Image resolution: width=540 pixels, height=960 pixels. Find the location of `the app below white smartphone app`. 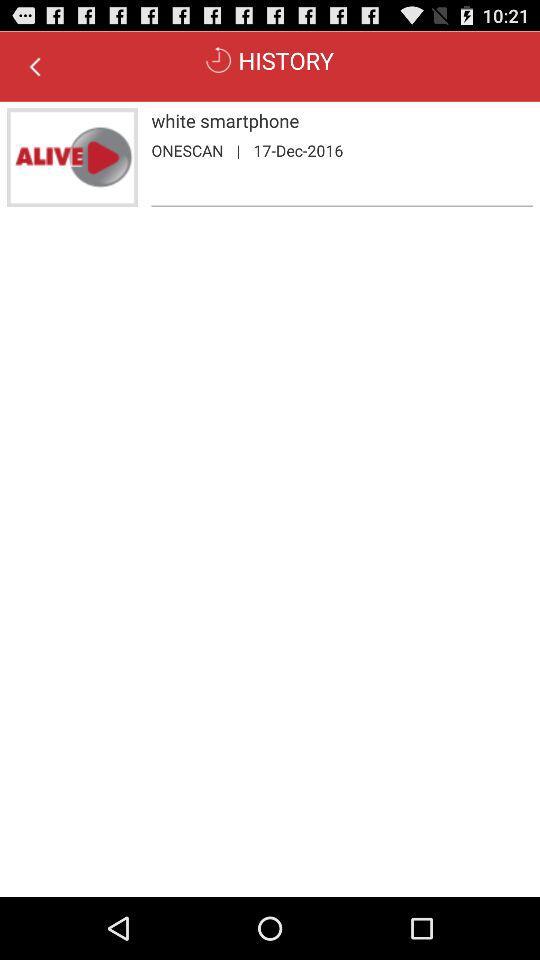

the app below white smartphone app is located at coordinates (238, 149).